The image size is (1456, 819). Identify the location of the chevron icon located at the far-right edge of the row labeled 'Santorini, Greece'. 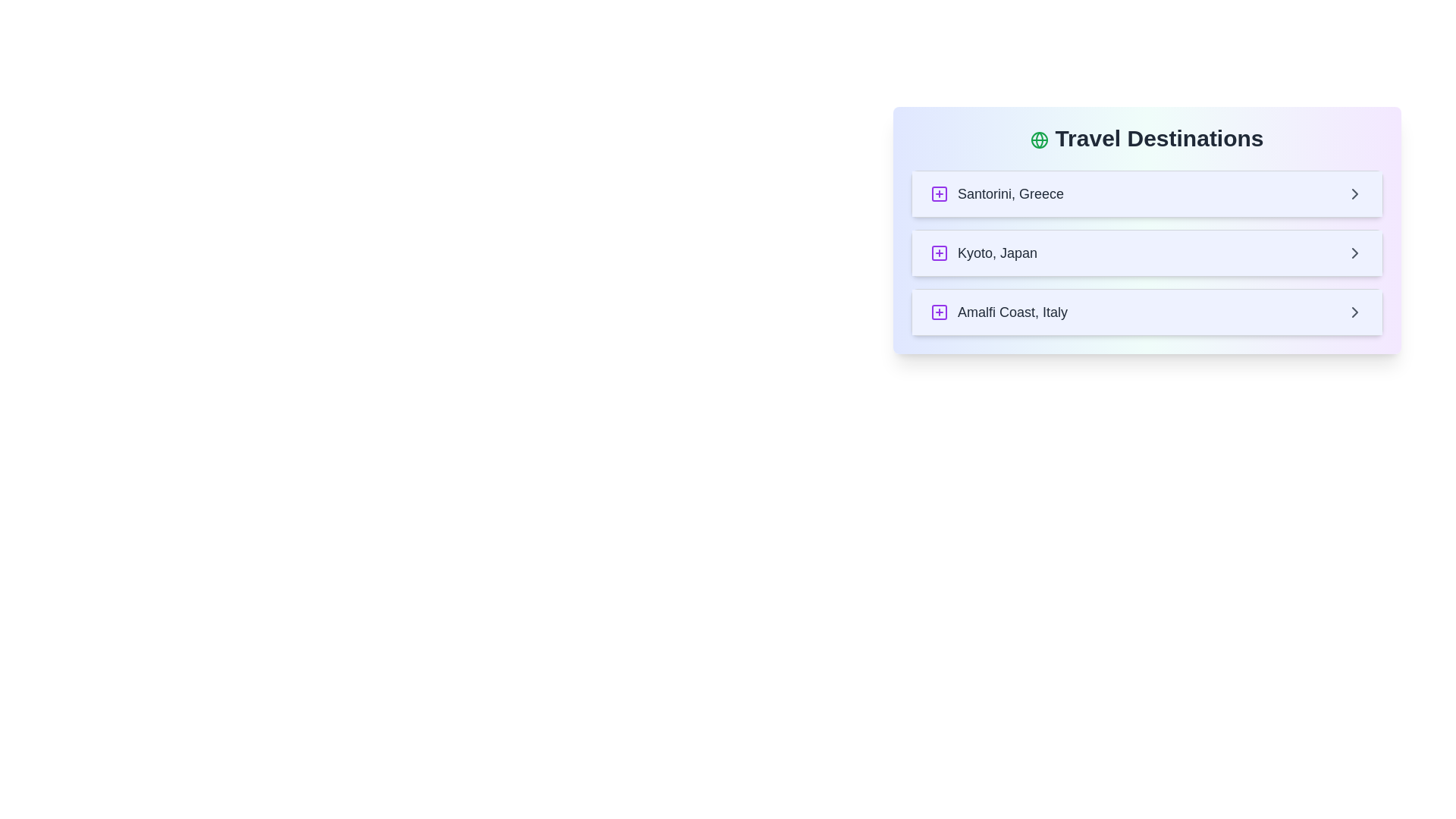
(1354, 193).